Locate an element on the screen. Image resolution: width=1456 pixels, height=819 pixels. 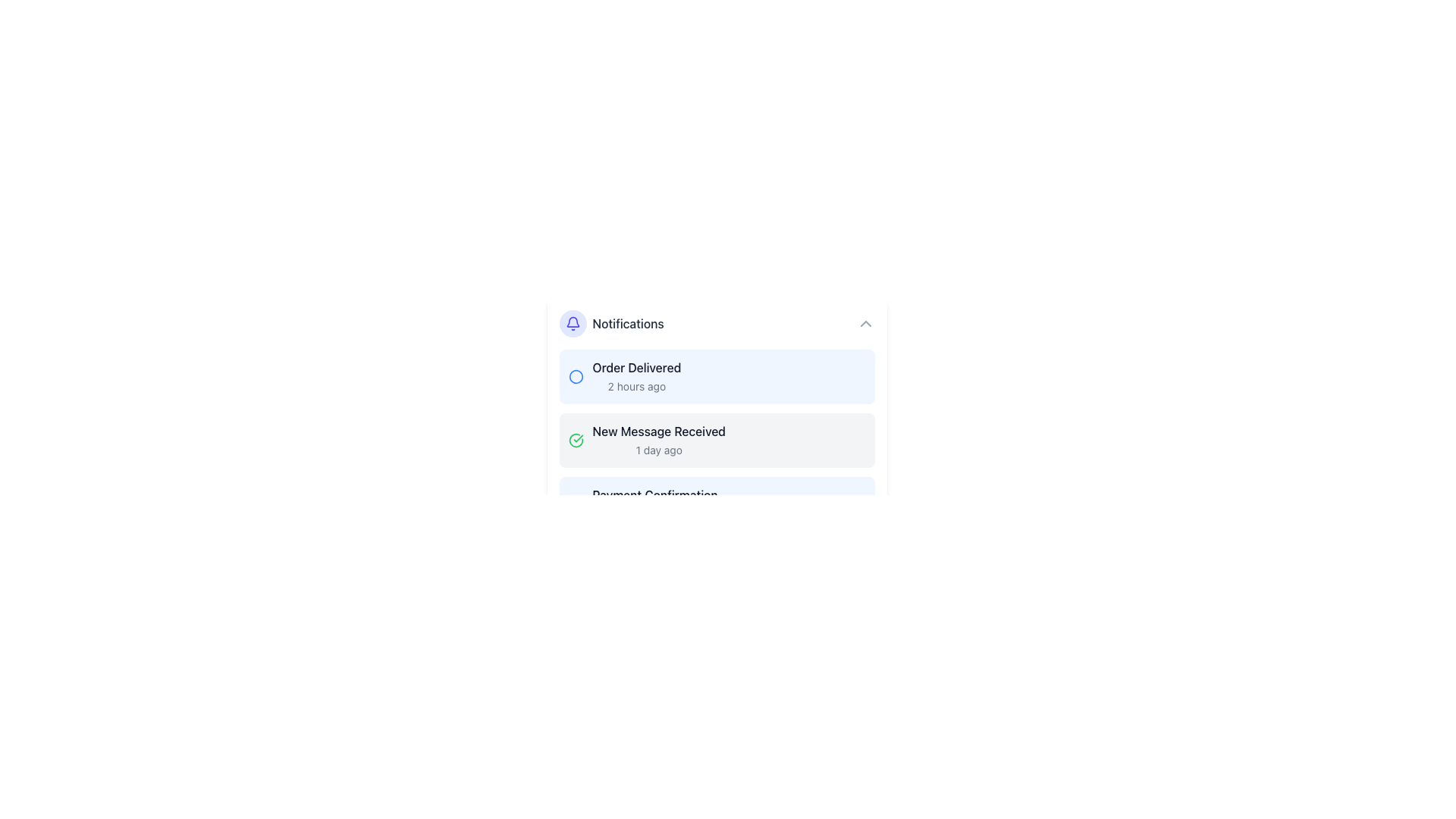
the circular button with a light indigo-blue background and a bell icon, located in the 'Notifications' section is located at coordinates (572, 323).